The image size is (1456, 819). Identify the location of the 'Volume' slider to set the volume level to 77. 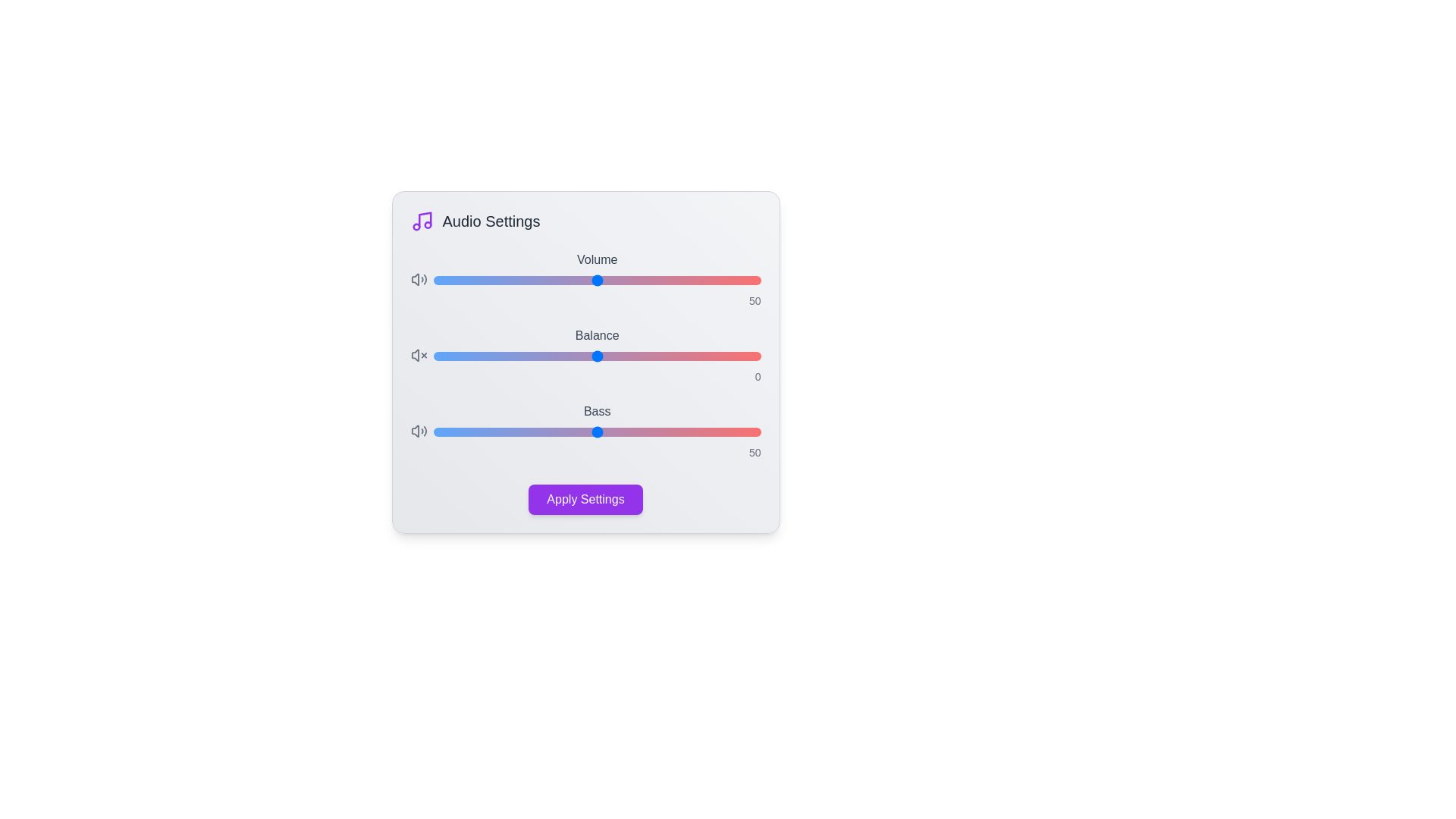
(685, 281).